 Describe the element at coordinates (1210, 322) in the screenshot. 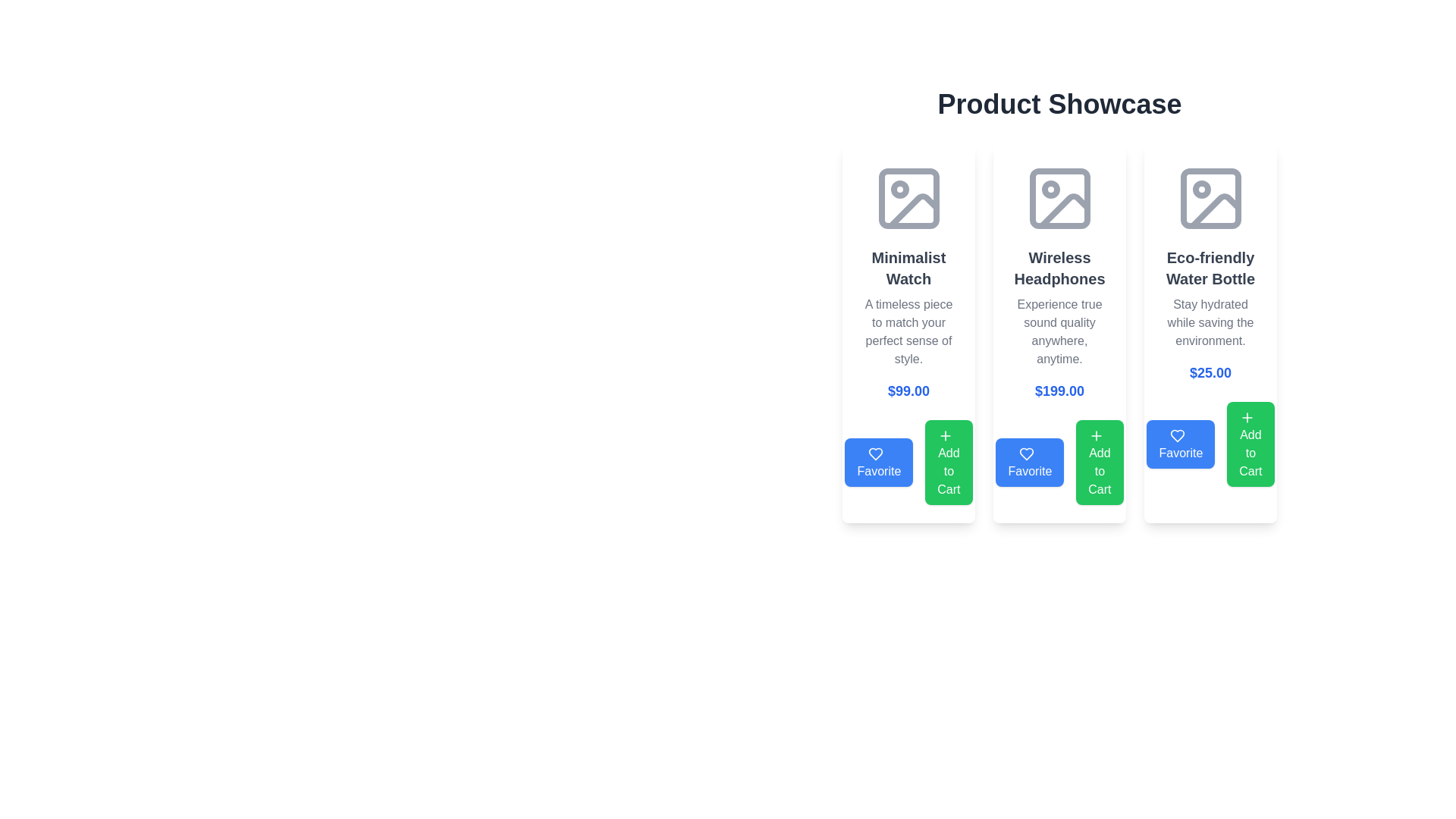

I see `the descriptive text that reads 'Stay hydrated while saving the environment.' located below the product title 'Eco-friendly Water Bottle'` at that location.